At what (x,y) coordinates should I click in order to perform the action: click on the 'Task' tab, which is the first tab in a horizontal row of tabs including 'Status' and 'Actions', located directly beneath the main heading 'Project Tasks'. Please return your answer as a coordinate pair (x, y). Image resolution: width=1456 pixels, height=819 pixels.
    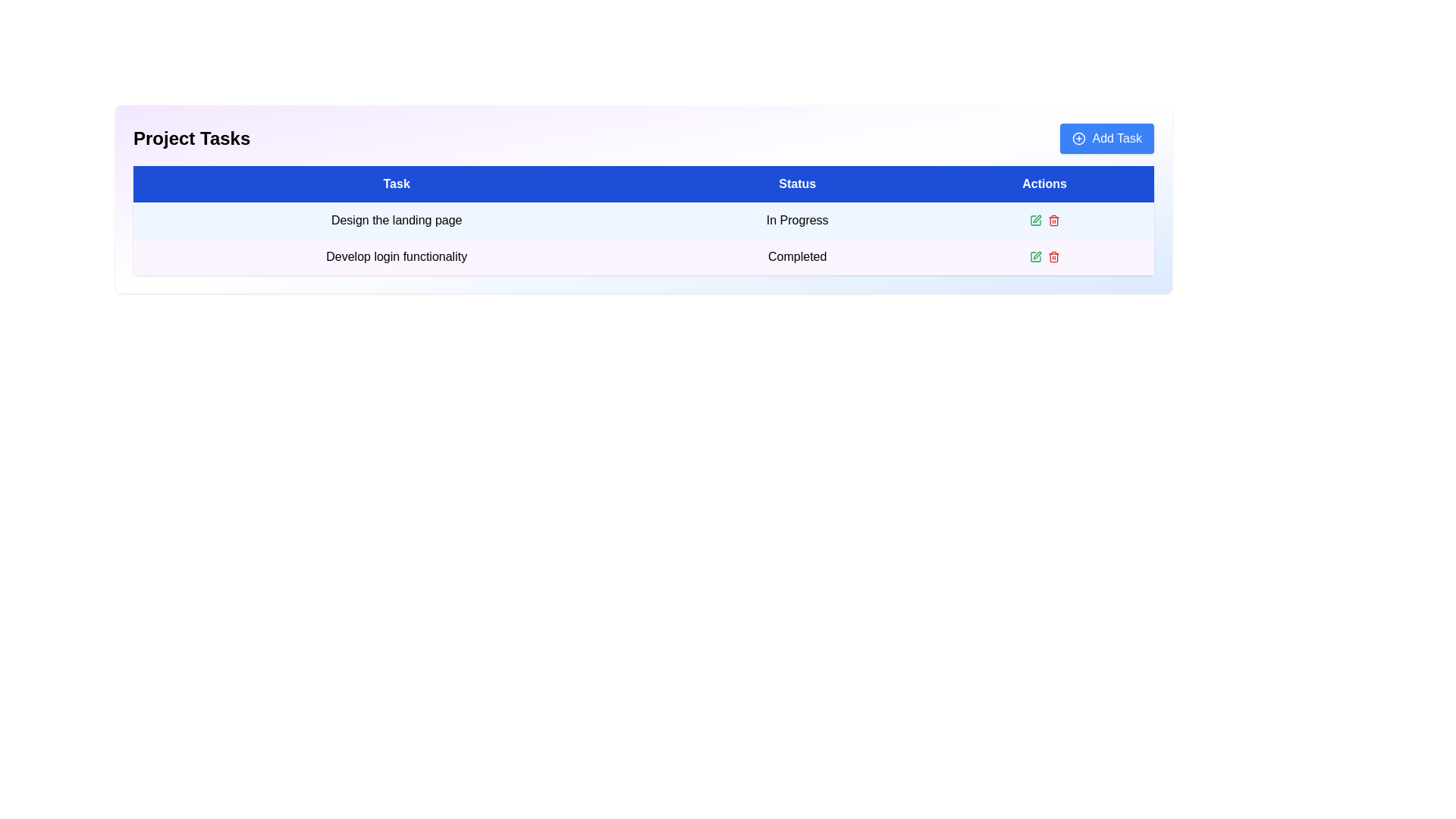
    Looking at the image, I should click on (397, 184).